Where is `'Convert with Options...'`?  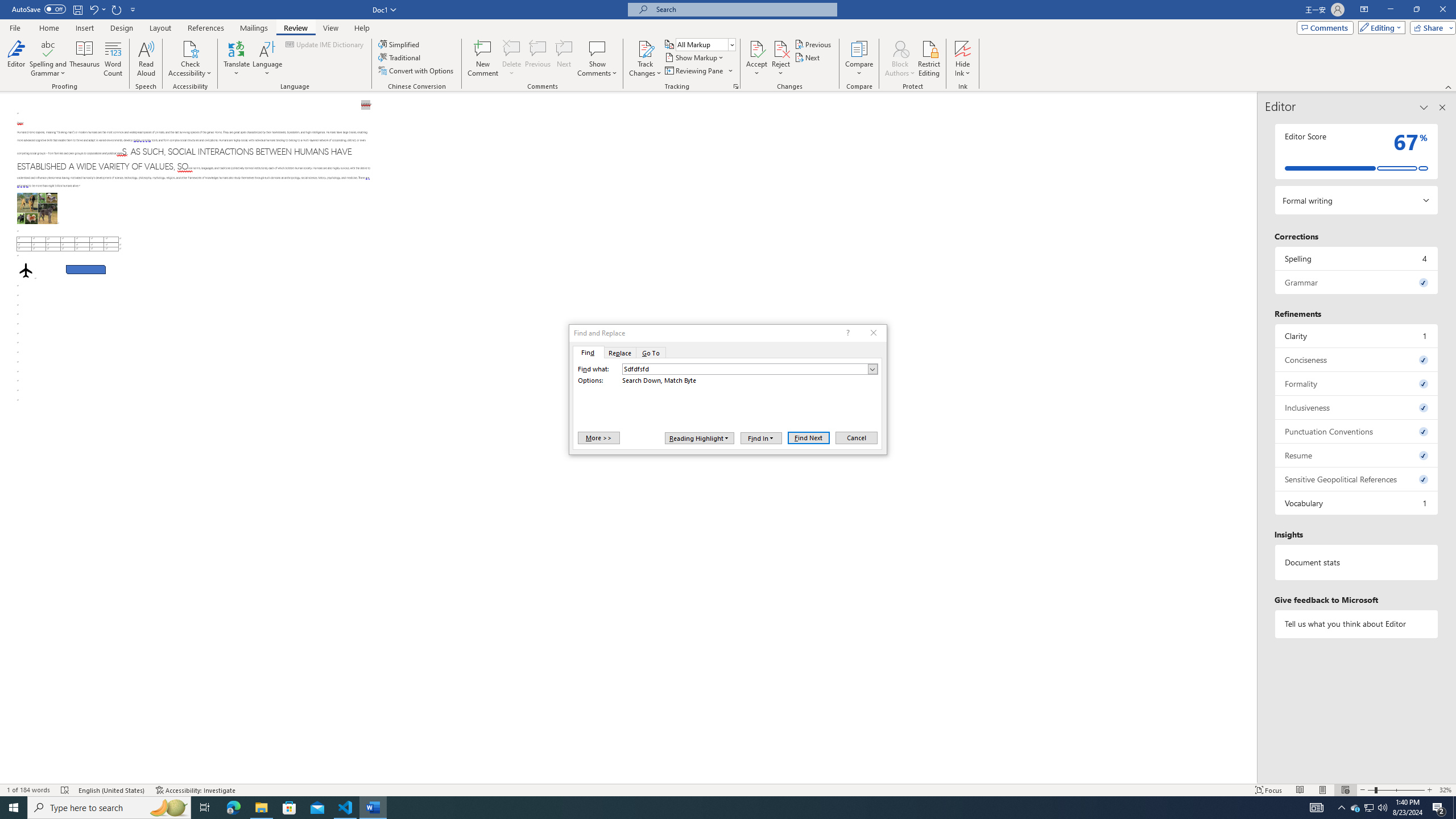
'Convert with Options...' is located at coordinates (417, 69).